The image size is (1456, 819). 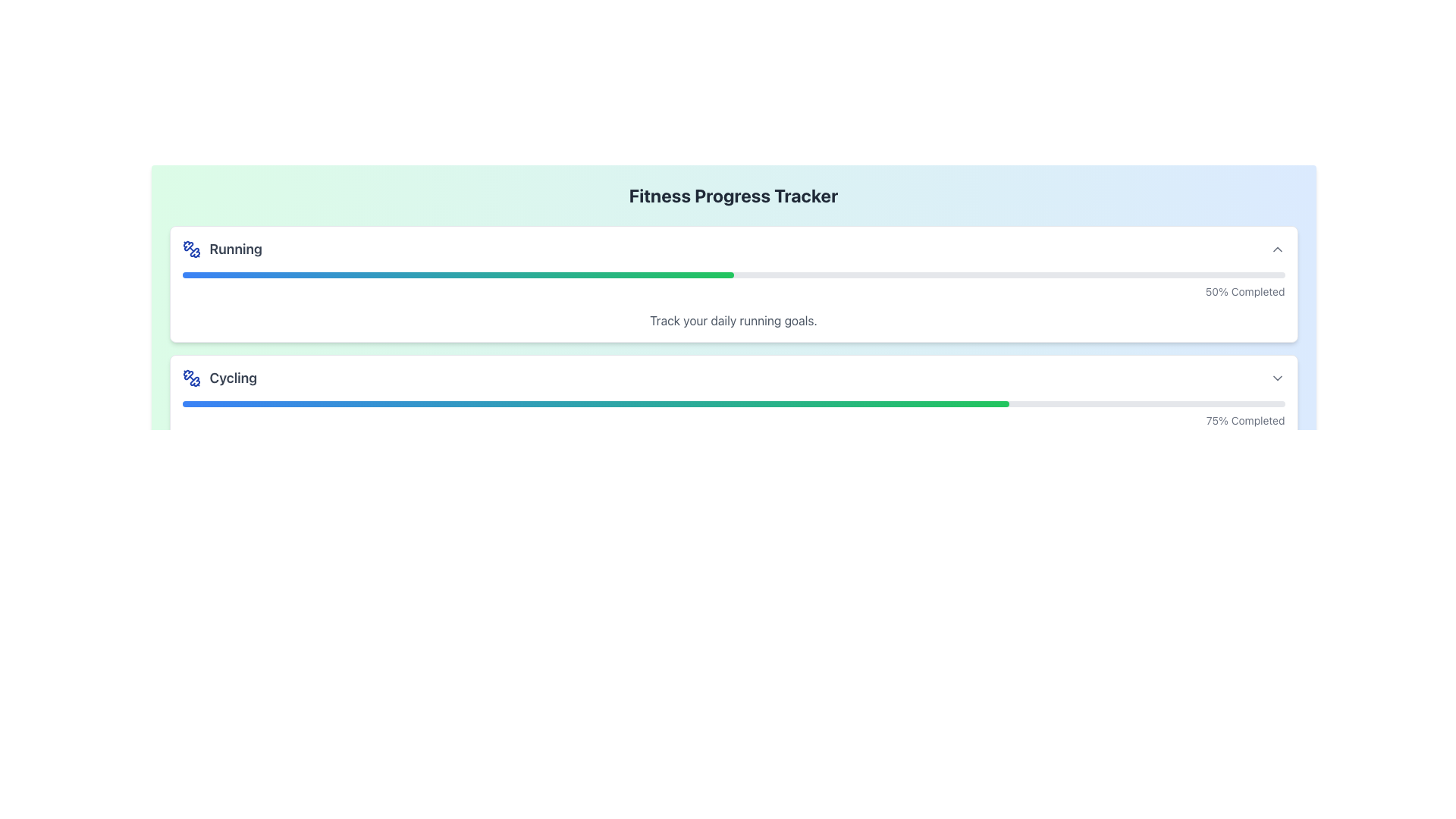 I want to click on the second progress bar located beneath the 'Running' label and above the '75% Completed' text, which is styled with a gray background and has a filled section transitioning from blue to green, so click(x=733, y=403).